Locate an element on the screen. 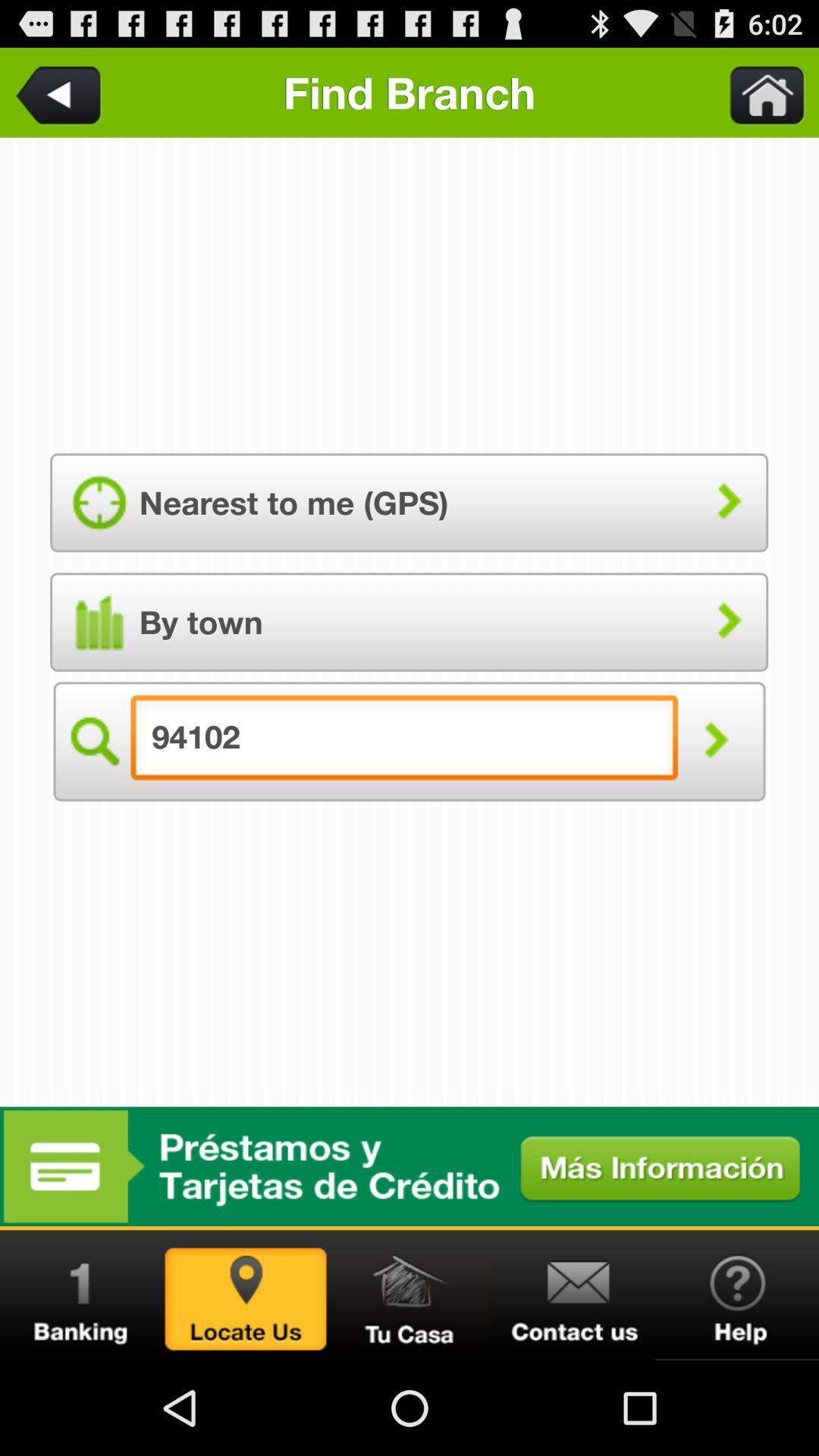 Image resolution: width=819 pixels, height=1456 pixels. click home icon is located at coordinates (758, 92).